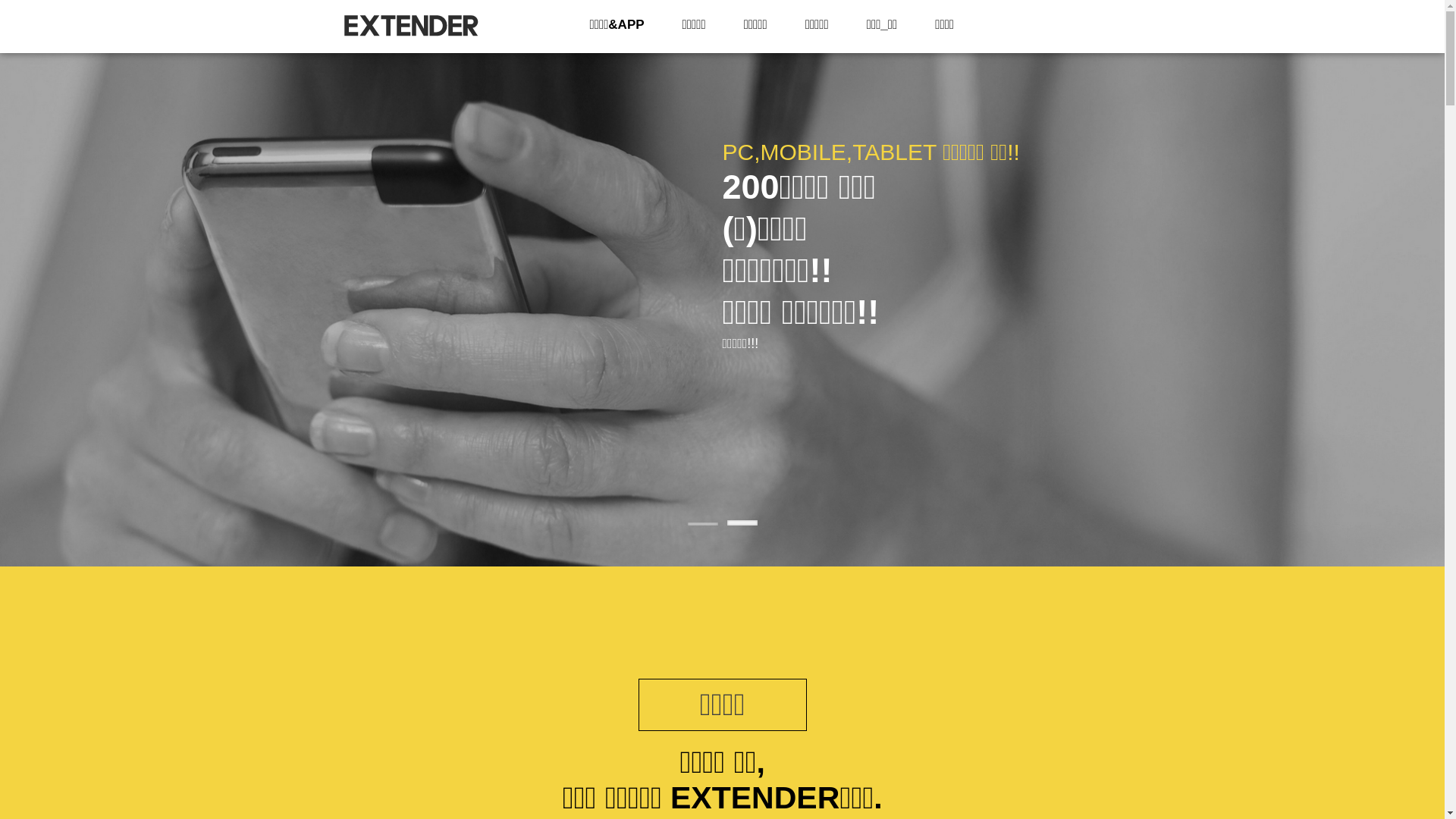 The image size is (1456, 819). Describe the element at coordinates (701, 522) in the screenshot. I see `'1'` at that location.